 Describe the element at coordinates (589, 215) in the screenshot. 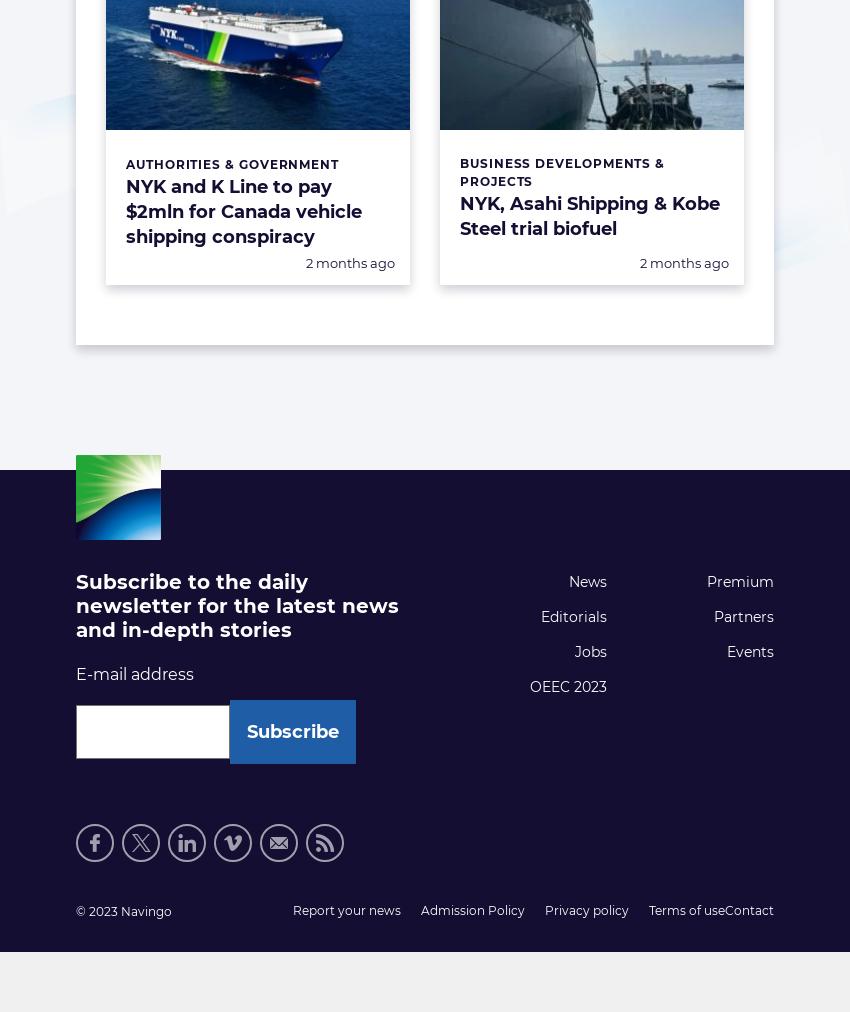

I see `'NYK, Asahi Shipping & Kobe Steel trial biofuel'` at that location.